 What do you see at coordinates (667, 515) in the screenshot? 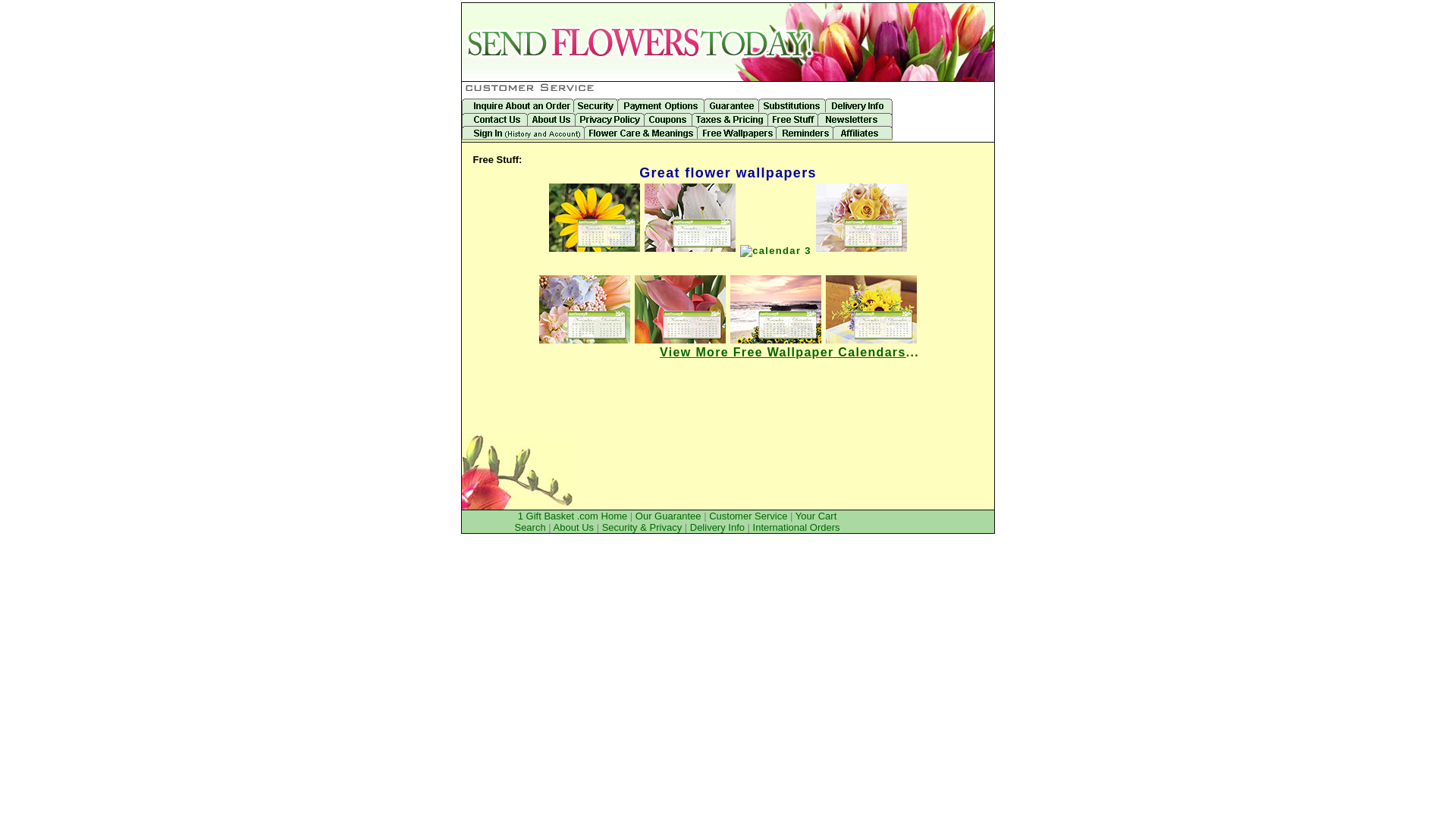
I see `'Our Guarantee'` at bounding box center [667, 515].